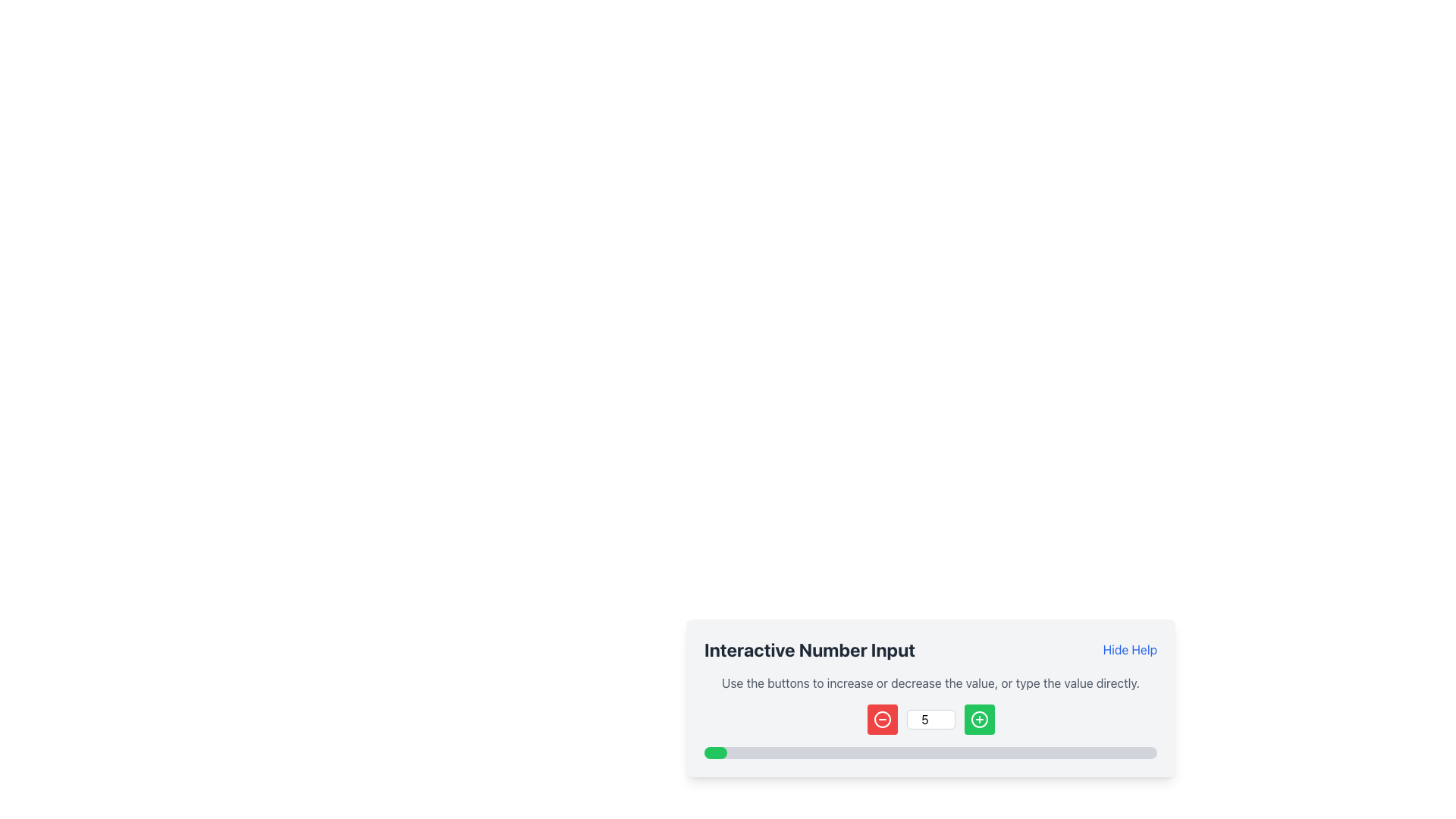  Describe the element at coordinates (930, 752) in the screenshot. I see `the horizontal progress bar located at the bottom of the 'Interactive Number Input' feature, which has a gray background and a green-filled portion indicating completion` at that location.